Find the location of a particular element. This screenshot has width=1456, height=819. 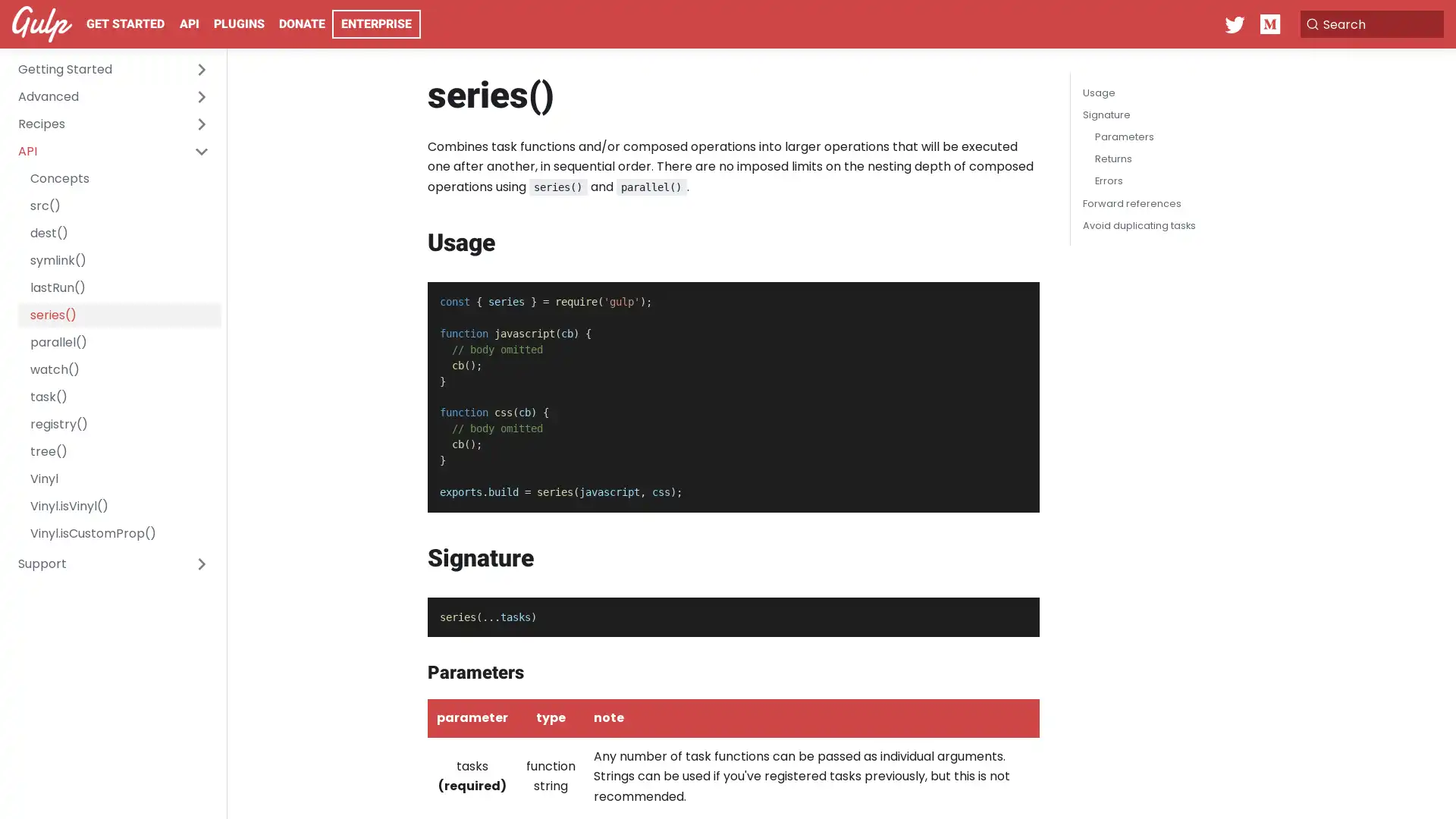

Search is located at coordinates (1368, 24).